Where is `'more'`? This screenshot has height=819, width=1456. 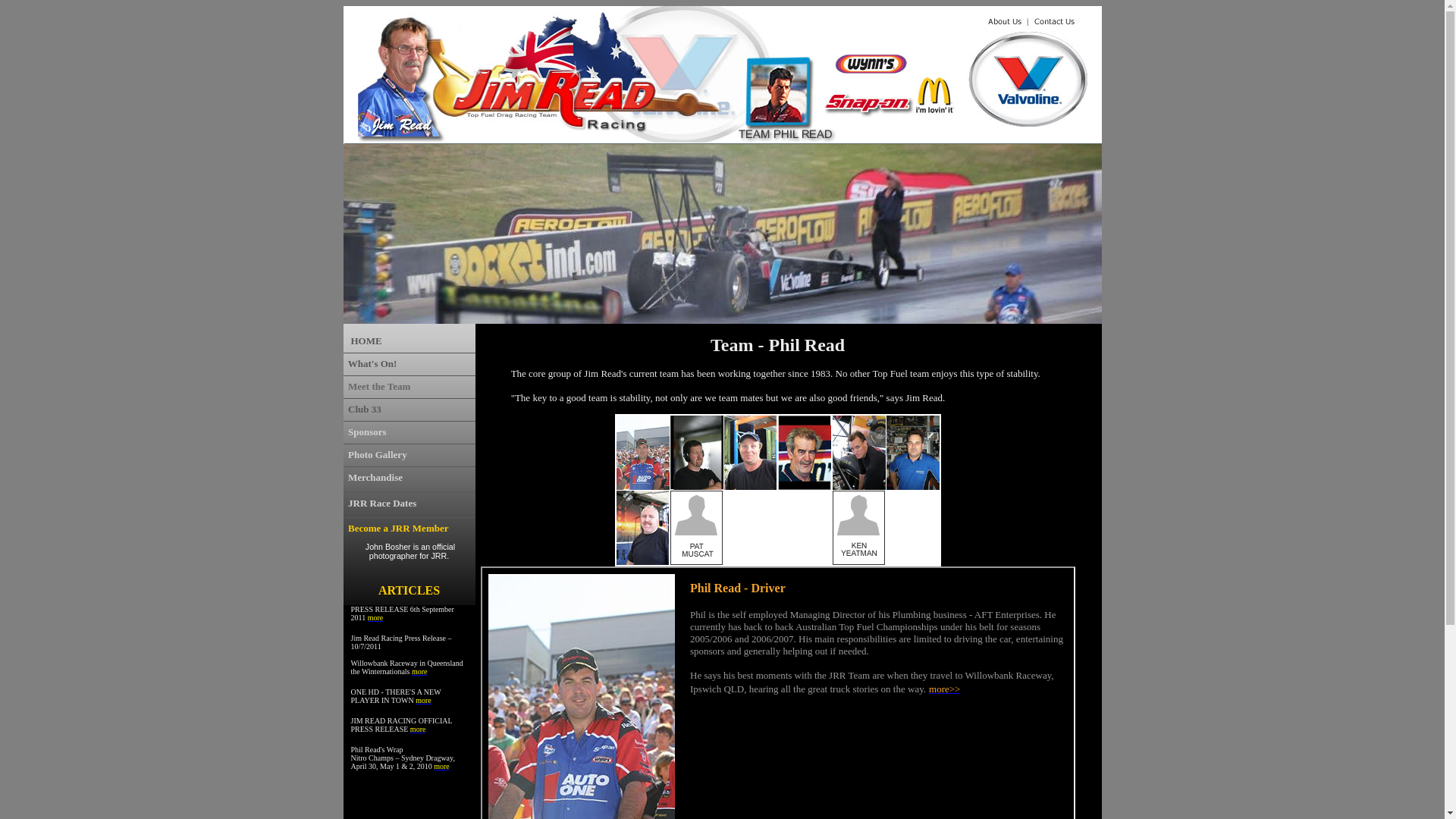 'more' is located at coordinates (423, 698).